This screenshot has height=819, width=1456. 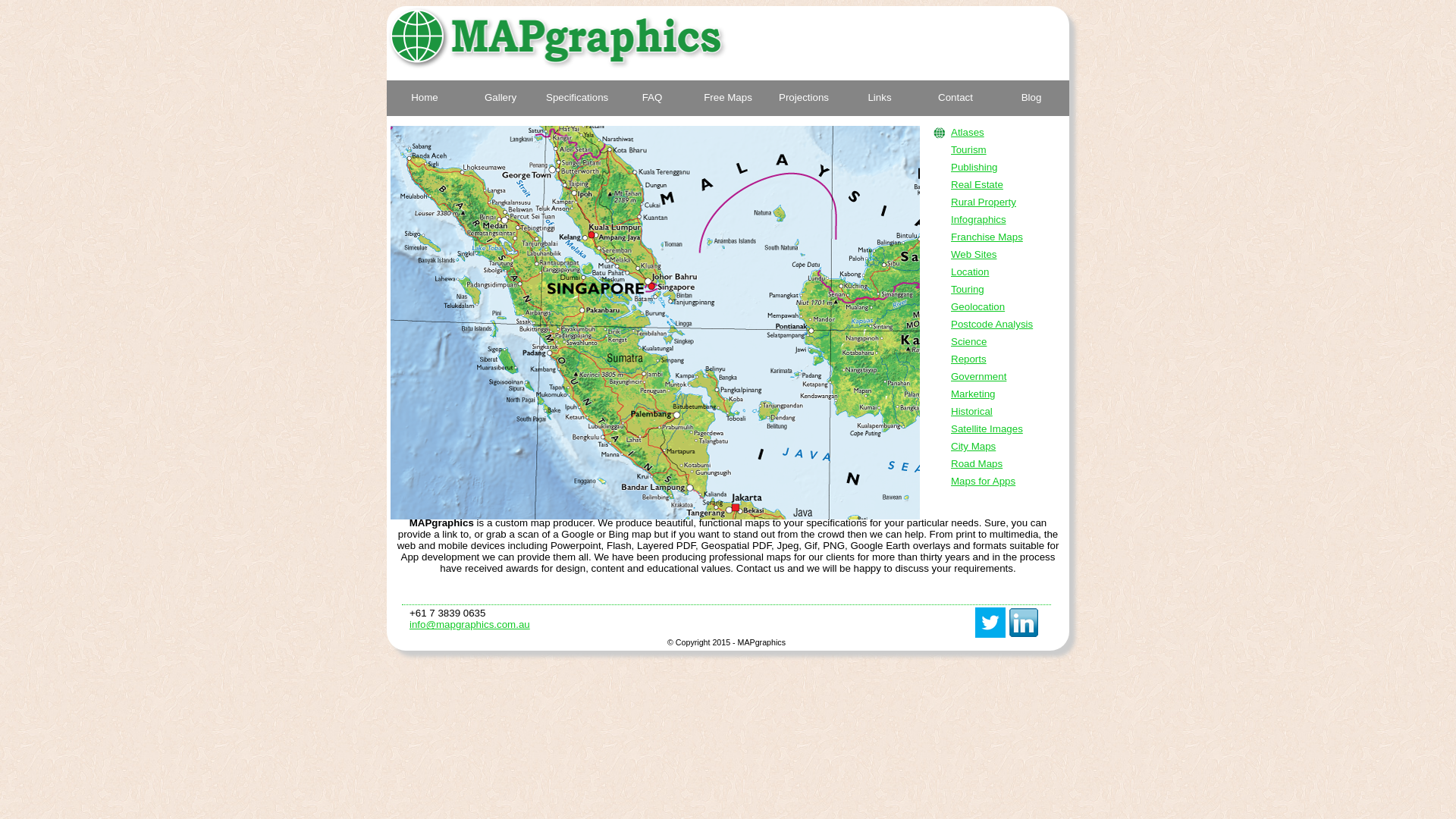 What do you see at coordinates (967, 131) in the screenshot?
I see `'Atlases'` at bounding box center [967, 131].